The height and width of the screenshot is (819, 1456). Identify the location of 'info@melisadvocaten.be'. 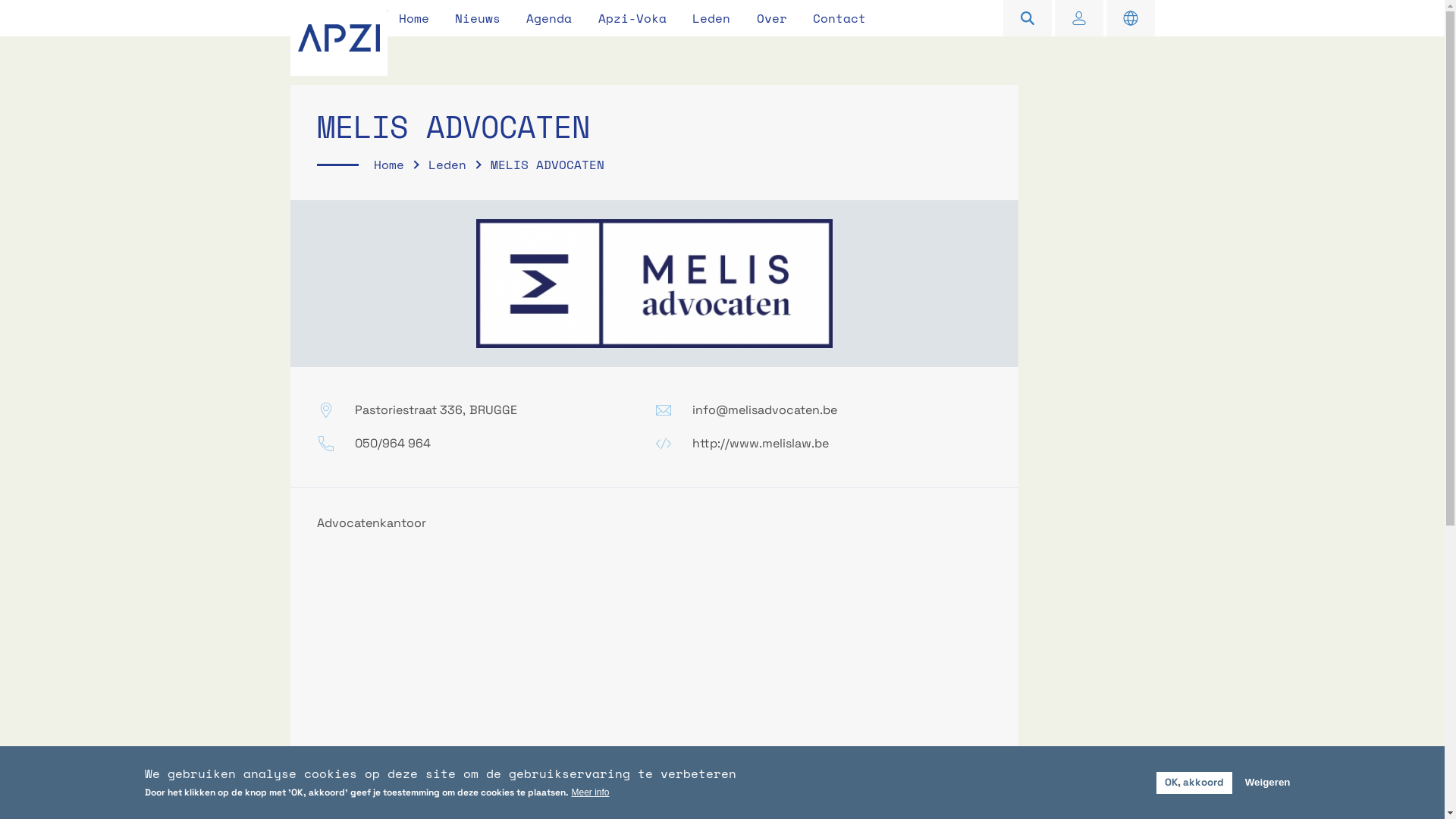
(764, 409).